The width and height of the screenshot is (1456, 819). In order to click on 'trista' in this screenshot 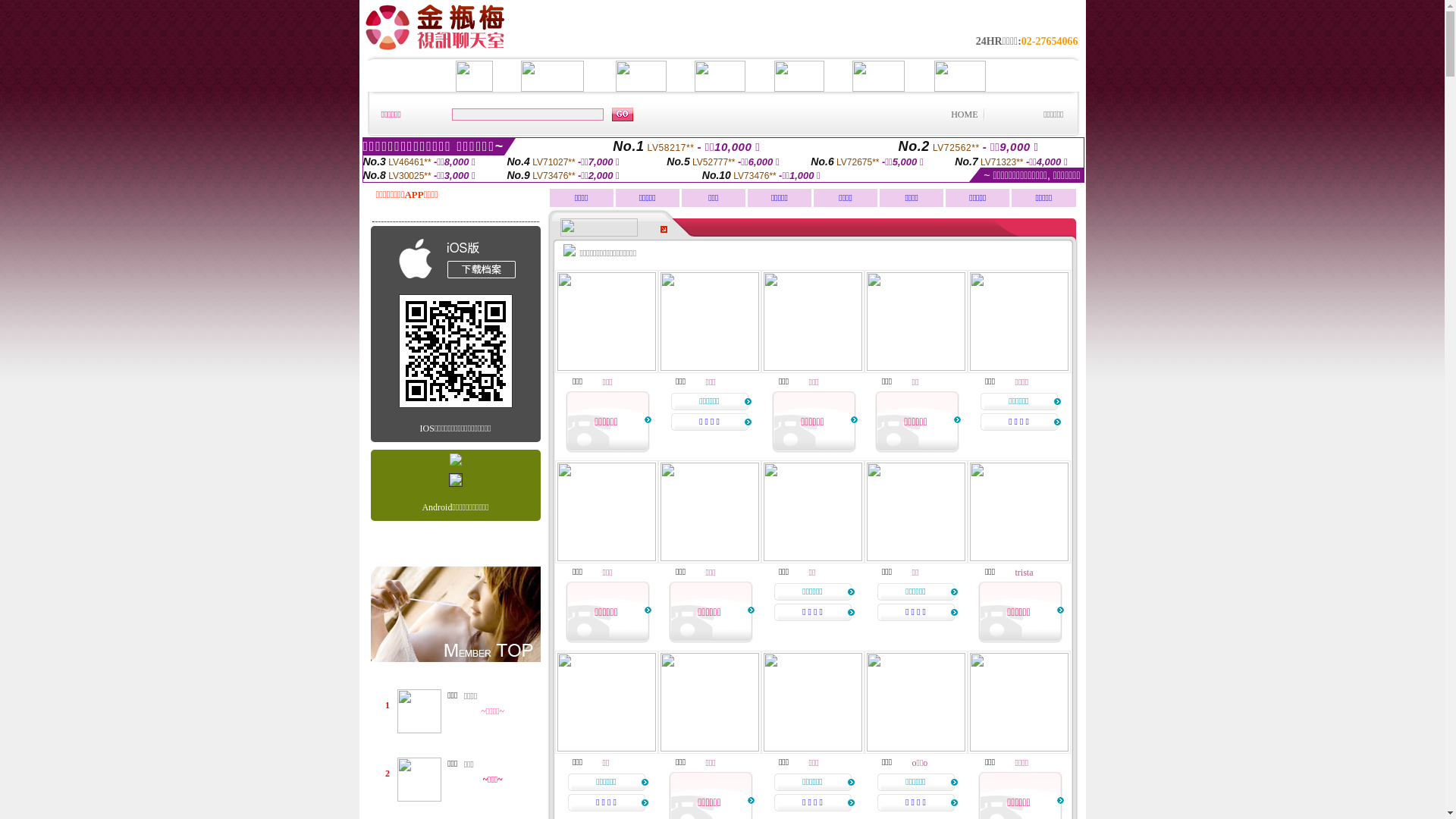, I will do `click(1023, 573)`.